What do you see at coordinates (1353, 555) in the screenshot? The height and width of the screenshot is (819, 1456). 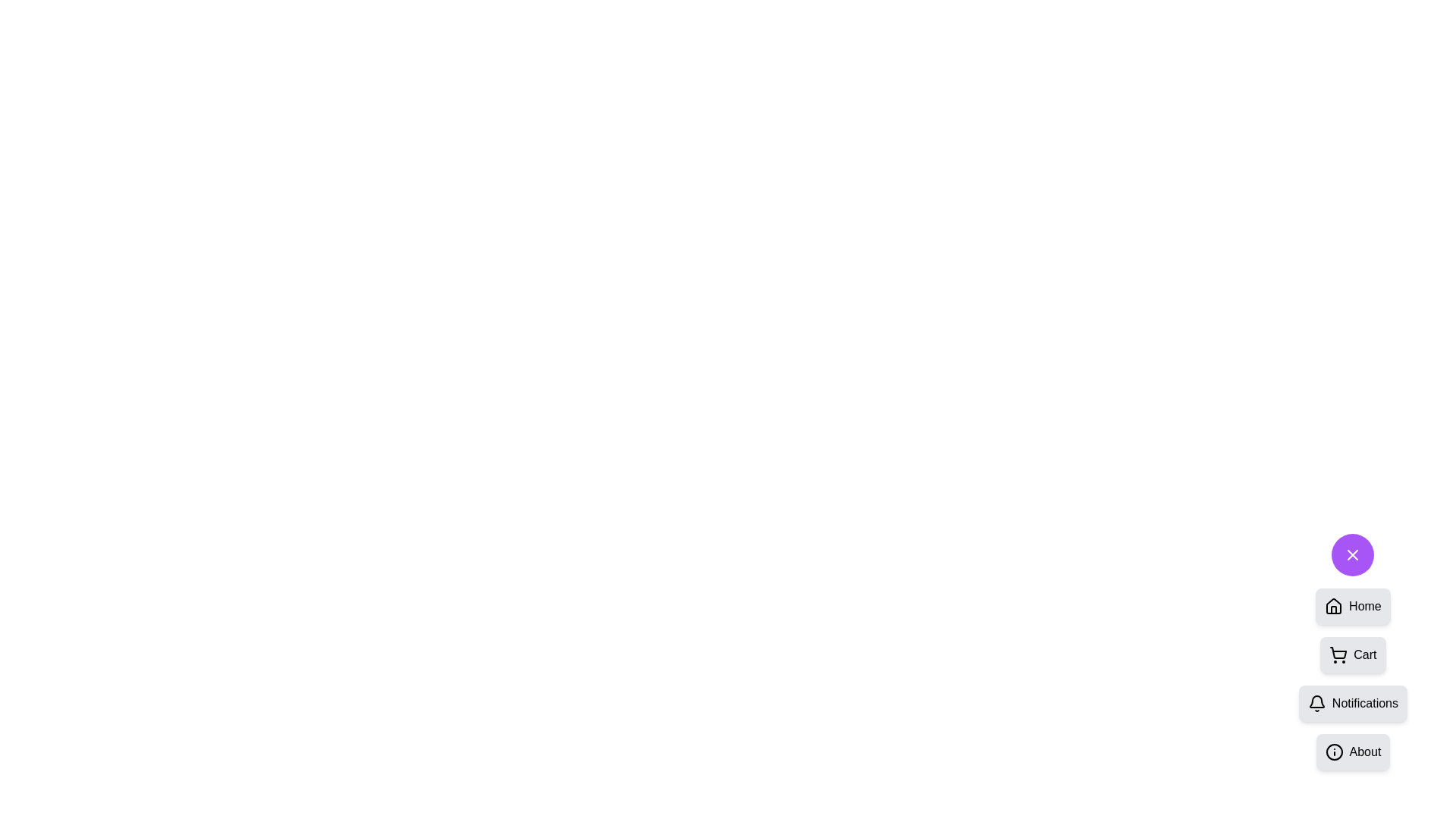 I see `the purple button to toggle the SpeedDial visibility` at bounding box center [1353, 555].